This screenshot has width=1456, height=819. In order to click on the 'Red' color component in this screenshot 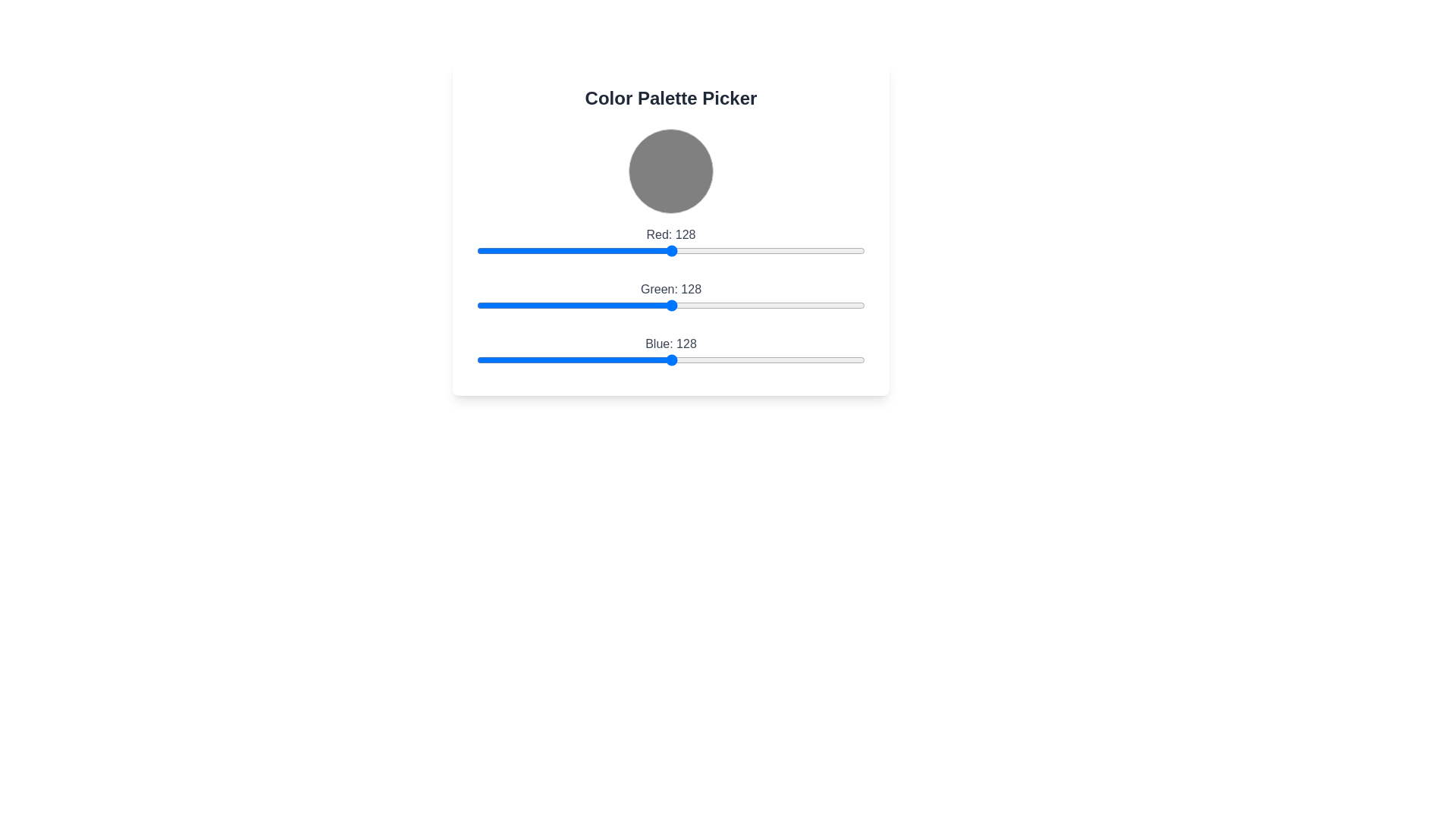, I will do `click(563, 250)`.